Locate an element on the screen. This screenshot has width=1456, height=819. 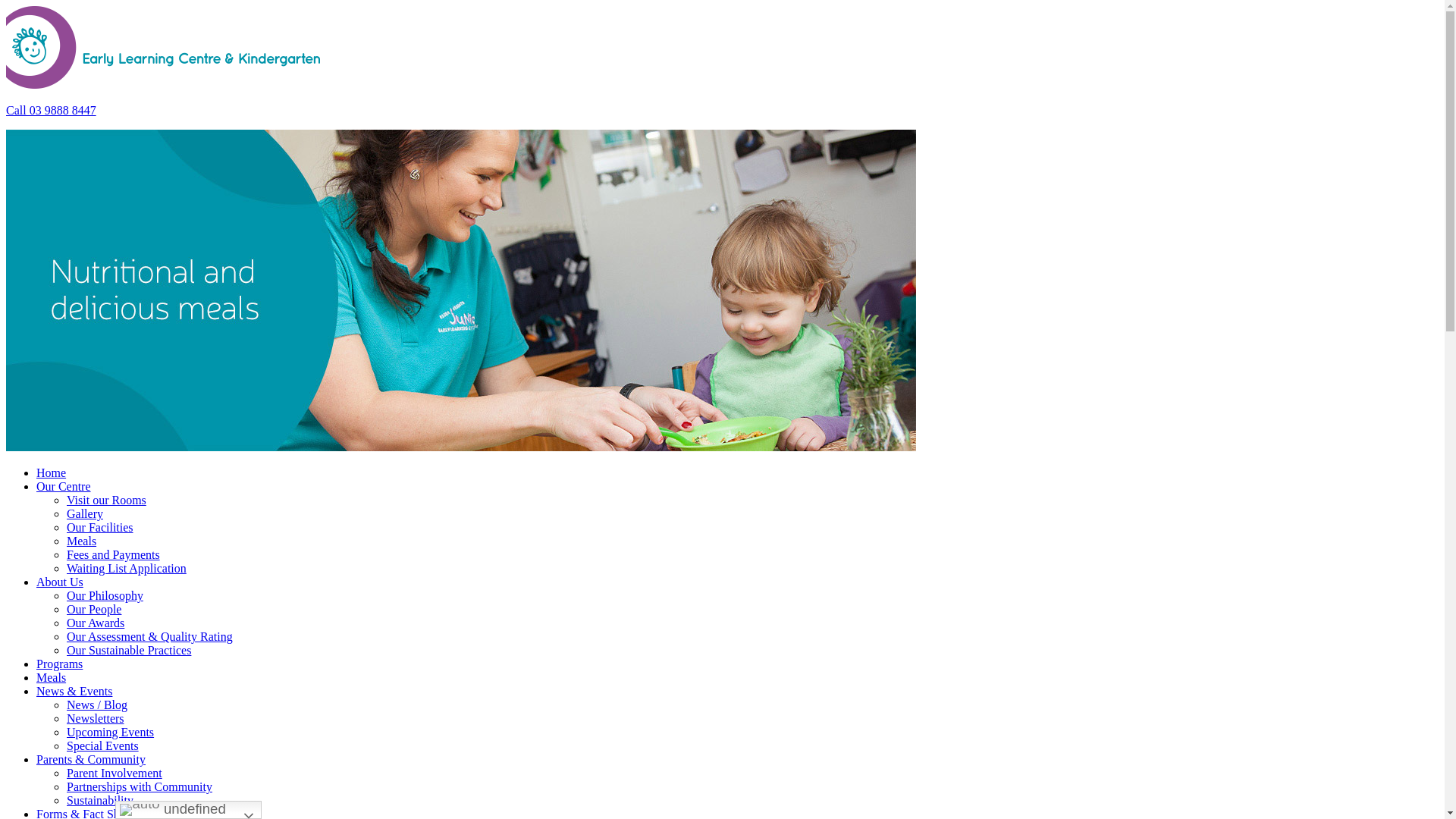
'News & Events' is located at coordinates (36, 691).